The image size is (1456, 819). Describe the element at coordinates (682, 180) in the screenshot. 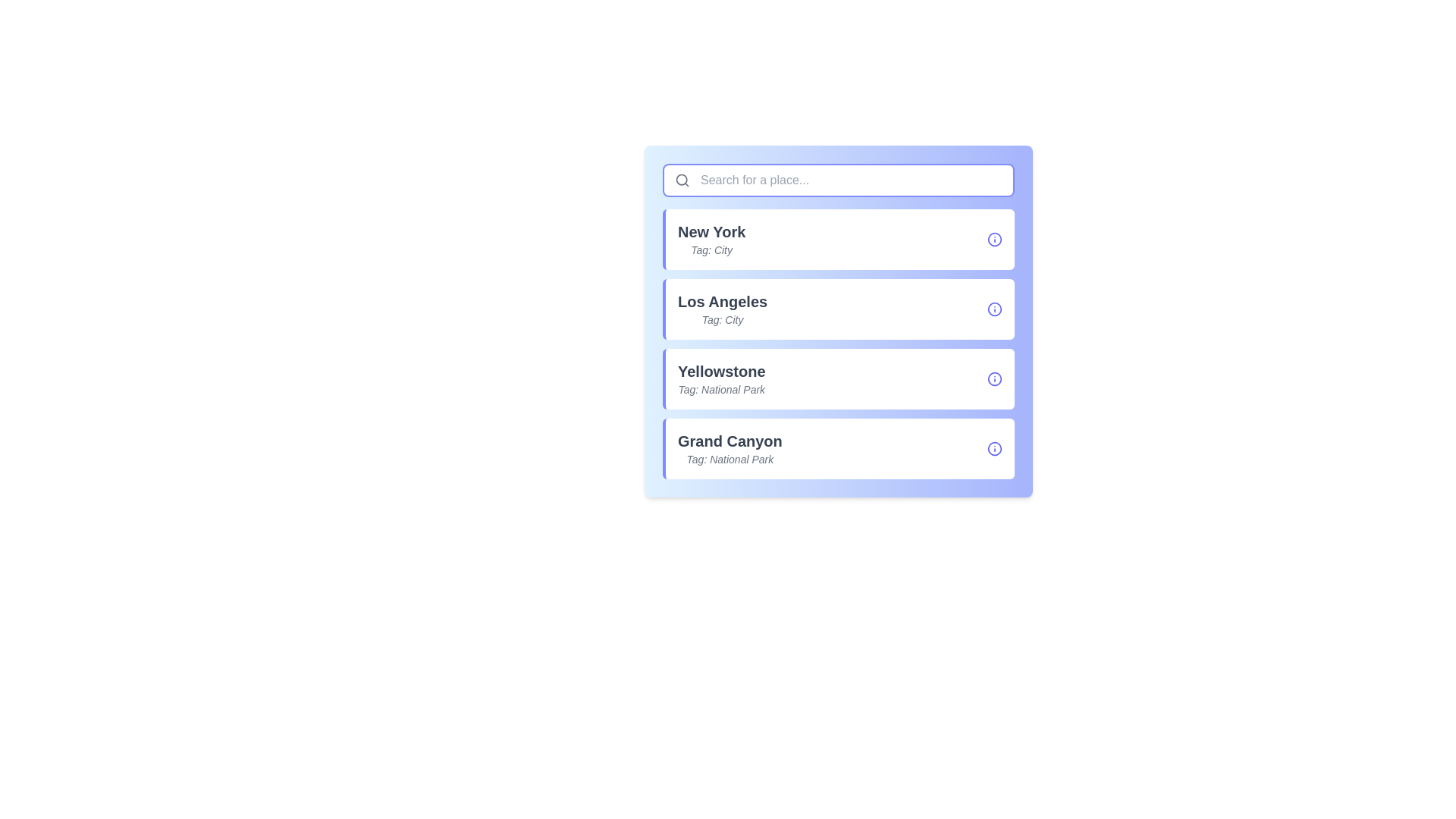

I see `the magnifying glass icon located on the left side inside the search bar, just before the placeholder text 'Search for a place...'` at that location.